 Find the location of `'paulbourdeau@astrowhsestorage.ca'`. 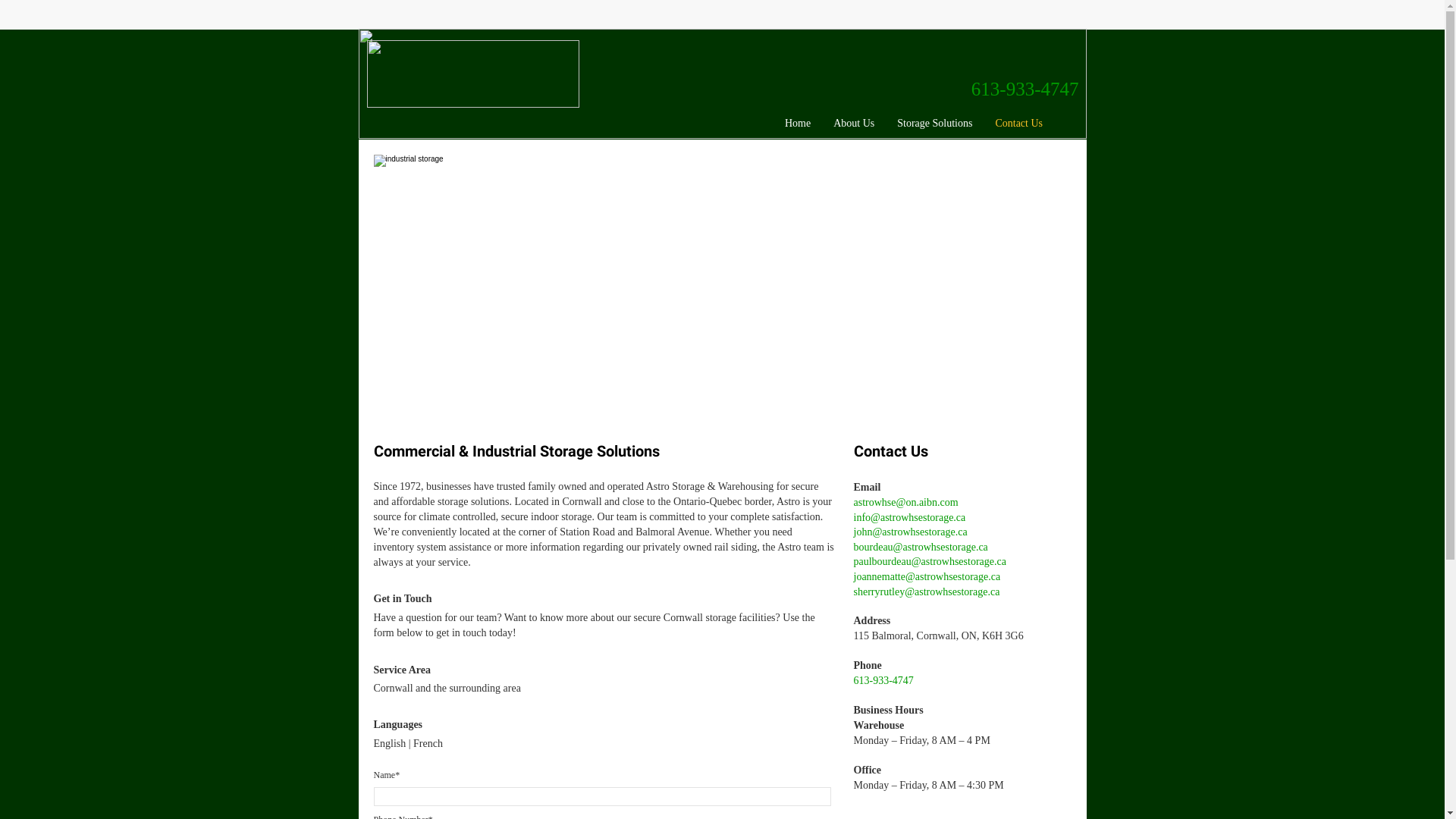

'paulbourdeau@astrowhsestorage.ca' is located at coordinates (929, 562).